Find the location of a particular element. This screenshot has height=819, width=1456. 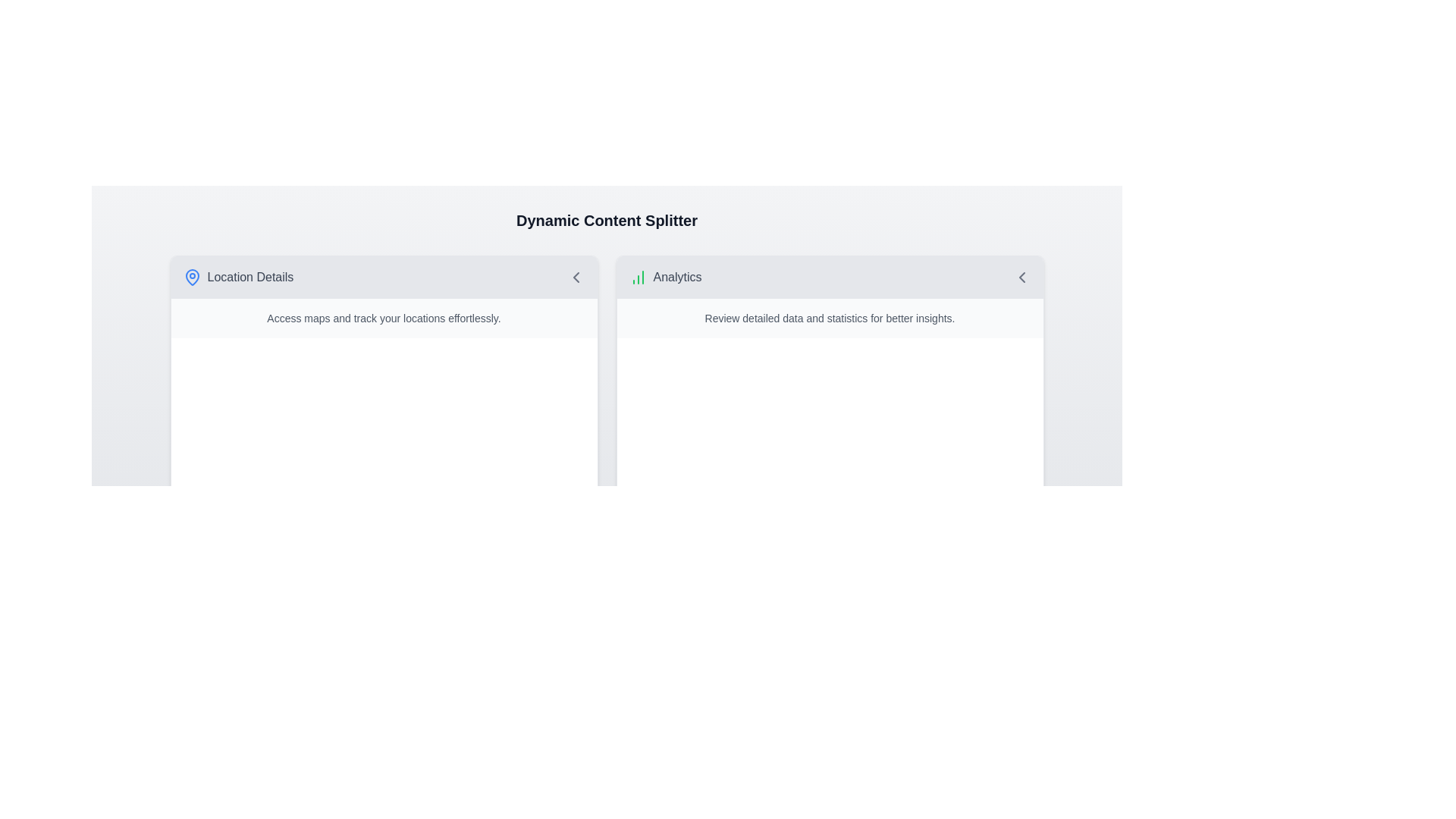

the leftward gray chevron icon located on the far right of the 'Location Details' section is located at coordinates (575, 278).